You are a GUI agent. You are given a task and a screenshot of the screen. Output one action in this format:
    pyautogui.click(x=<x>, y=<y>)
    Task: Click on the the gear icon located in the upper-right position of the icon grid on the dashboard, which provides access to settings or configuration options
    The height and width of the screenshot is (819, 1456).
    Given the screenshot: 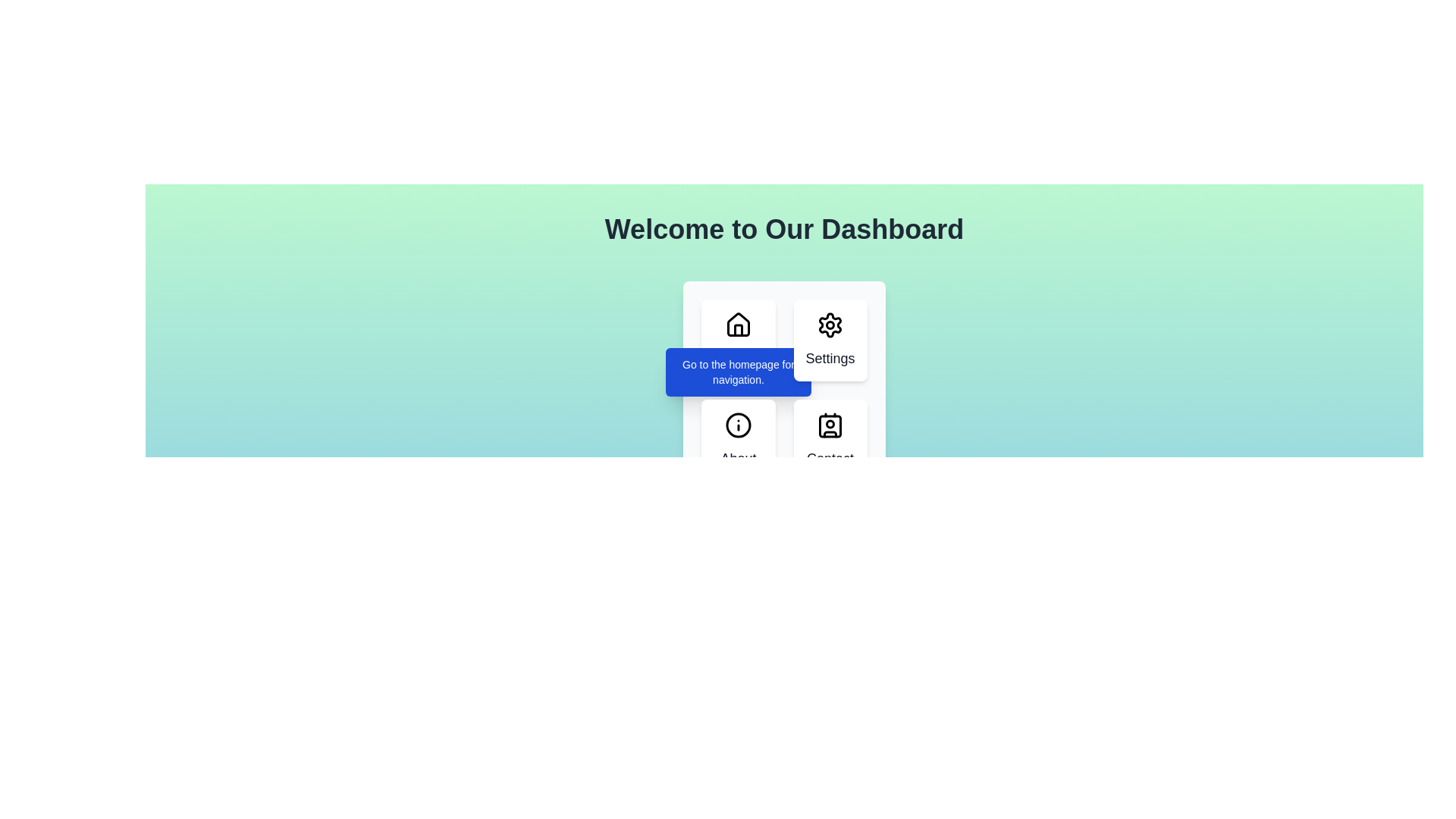 What is the action you would take?
    pyautogui.click(x=829, y=324)
    